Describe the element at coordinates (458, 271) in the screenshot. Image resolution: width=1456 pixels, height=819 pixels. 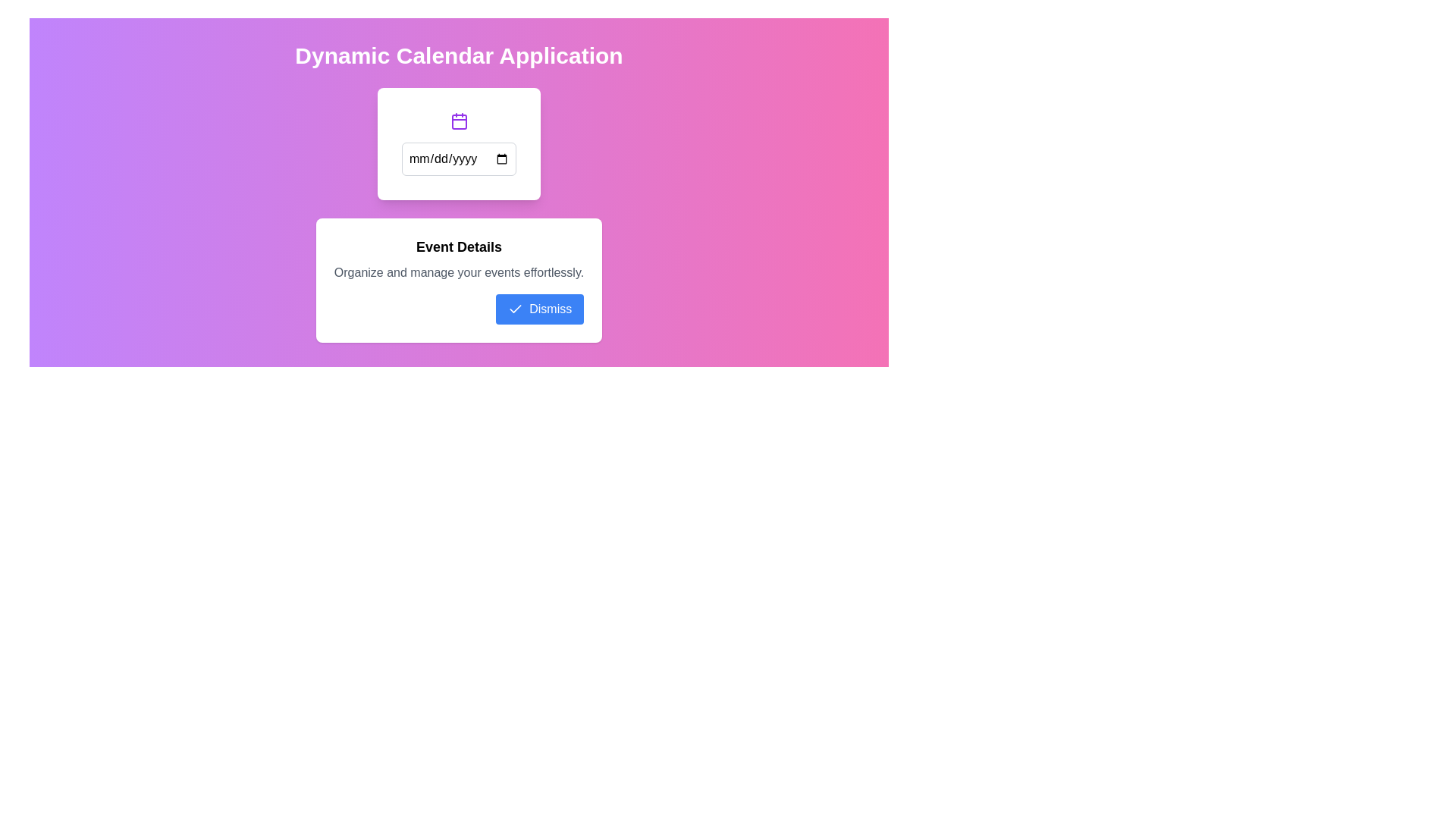
I see `informative text block providing guidance on managing events, located below the title in the 'Event Details' card` at that location.